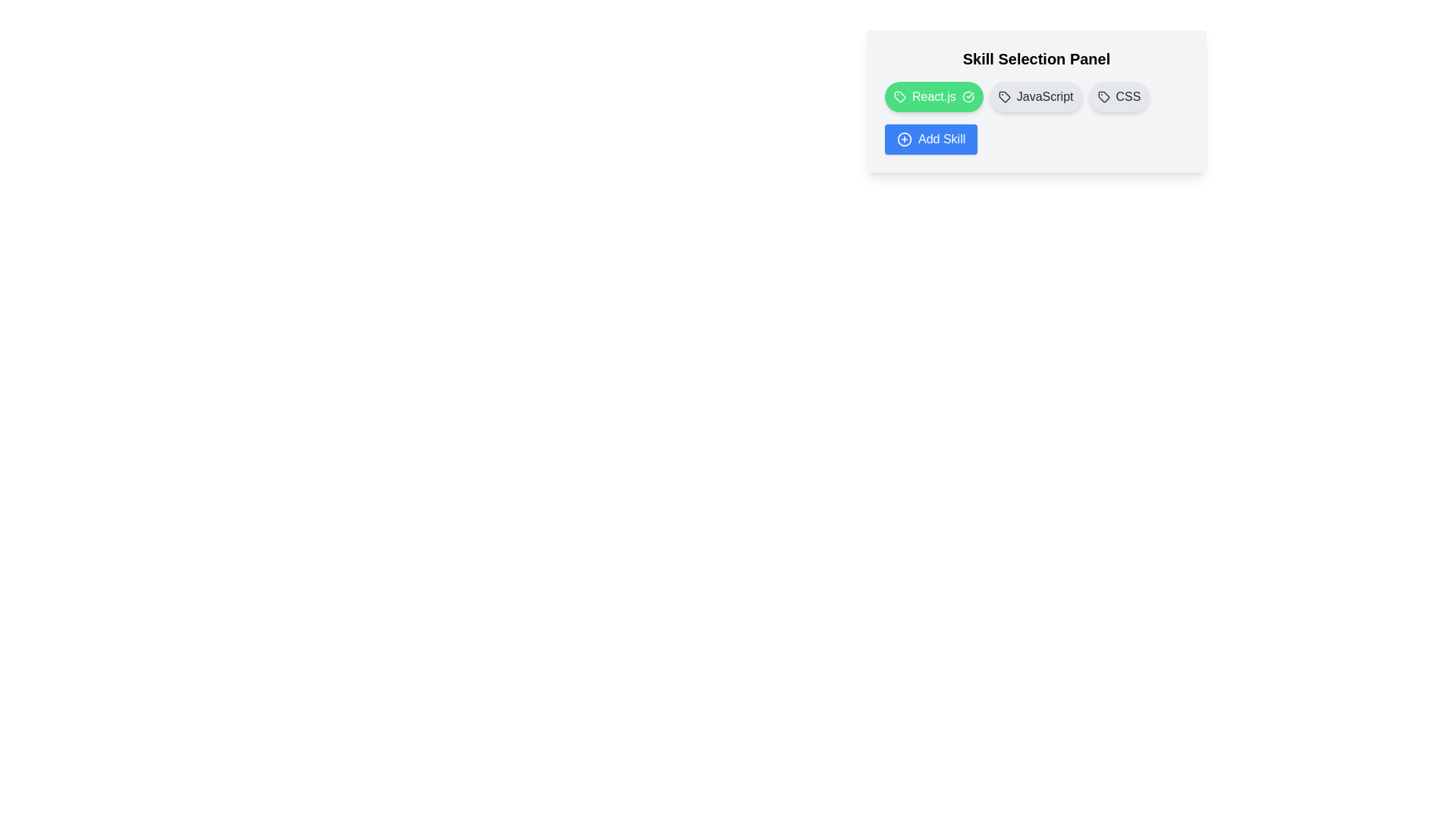 This screenshot has height=819, width=1456. What do you see at coordinates (941, 140) in the screenshot?
I see `the text label that represents an action trigger for adding a skill, located in the lower-right section of the 'Skill Selection Panel' within a button-like component with a circular plus icon` at bounding box center [941, 140].